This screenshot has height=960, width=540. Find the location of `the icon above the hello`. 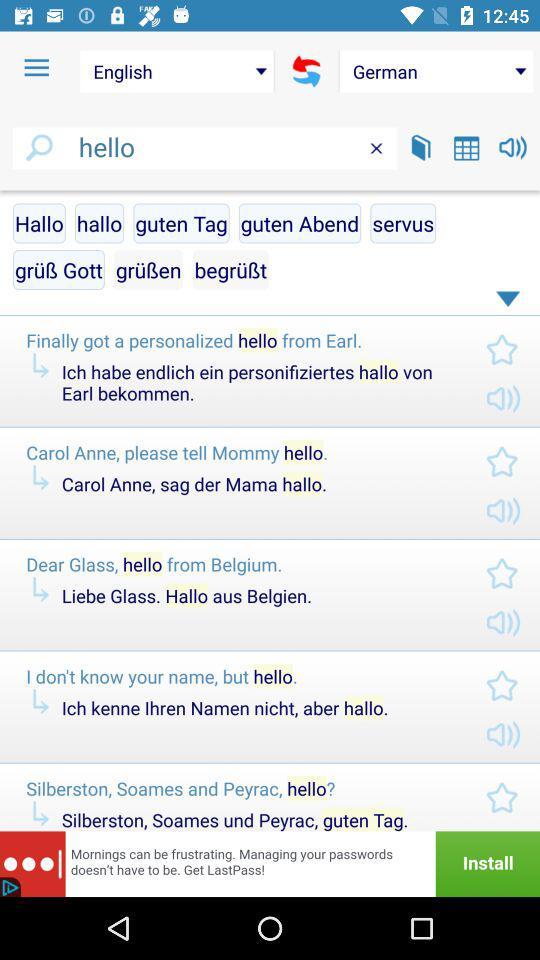

the icon above the hello is located at coordinates (306, 71).